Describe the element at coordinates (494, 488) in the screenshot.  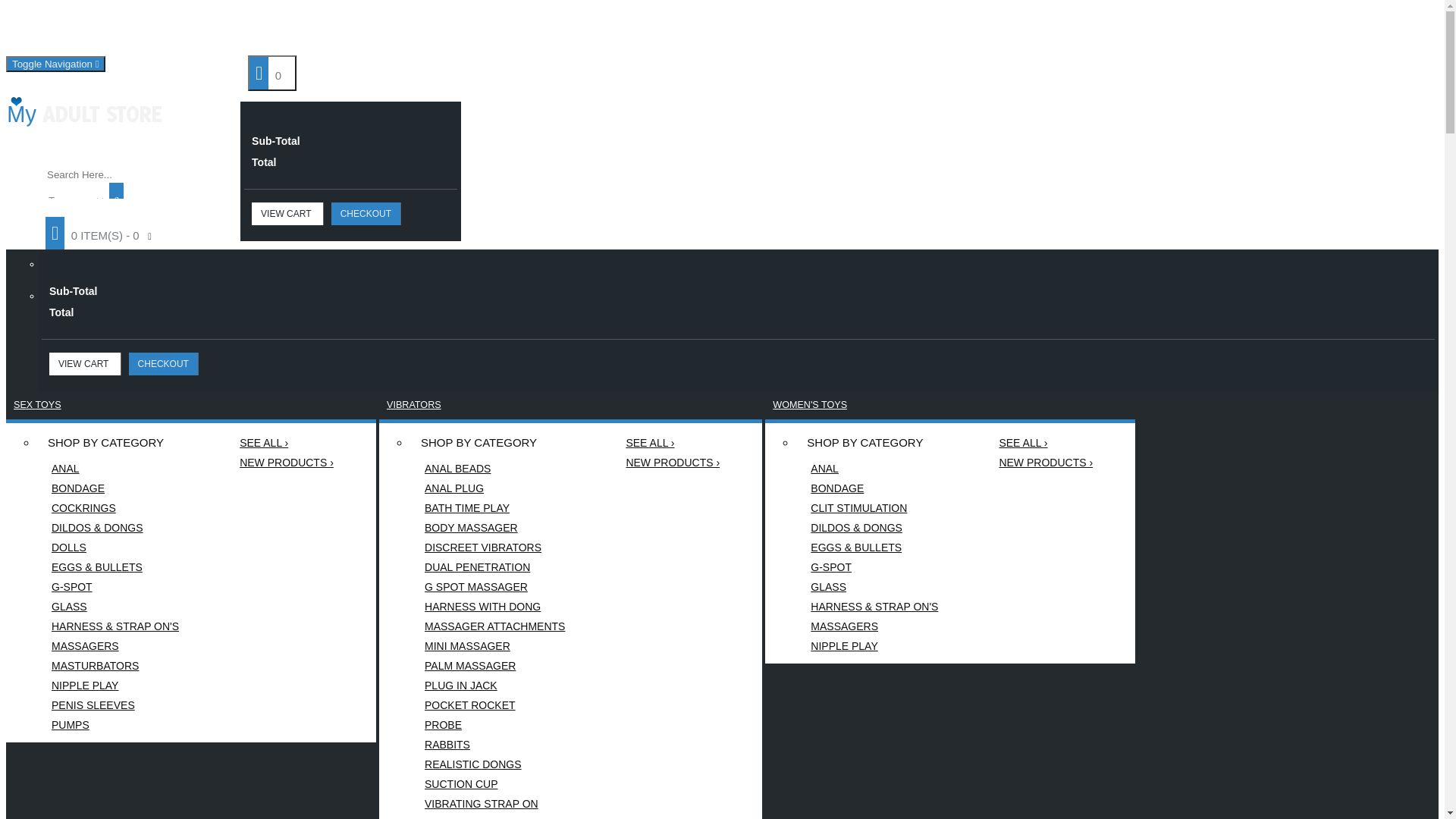
I see `'ANAL PLUG'` at that location.